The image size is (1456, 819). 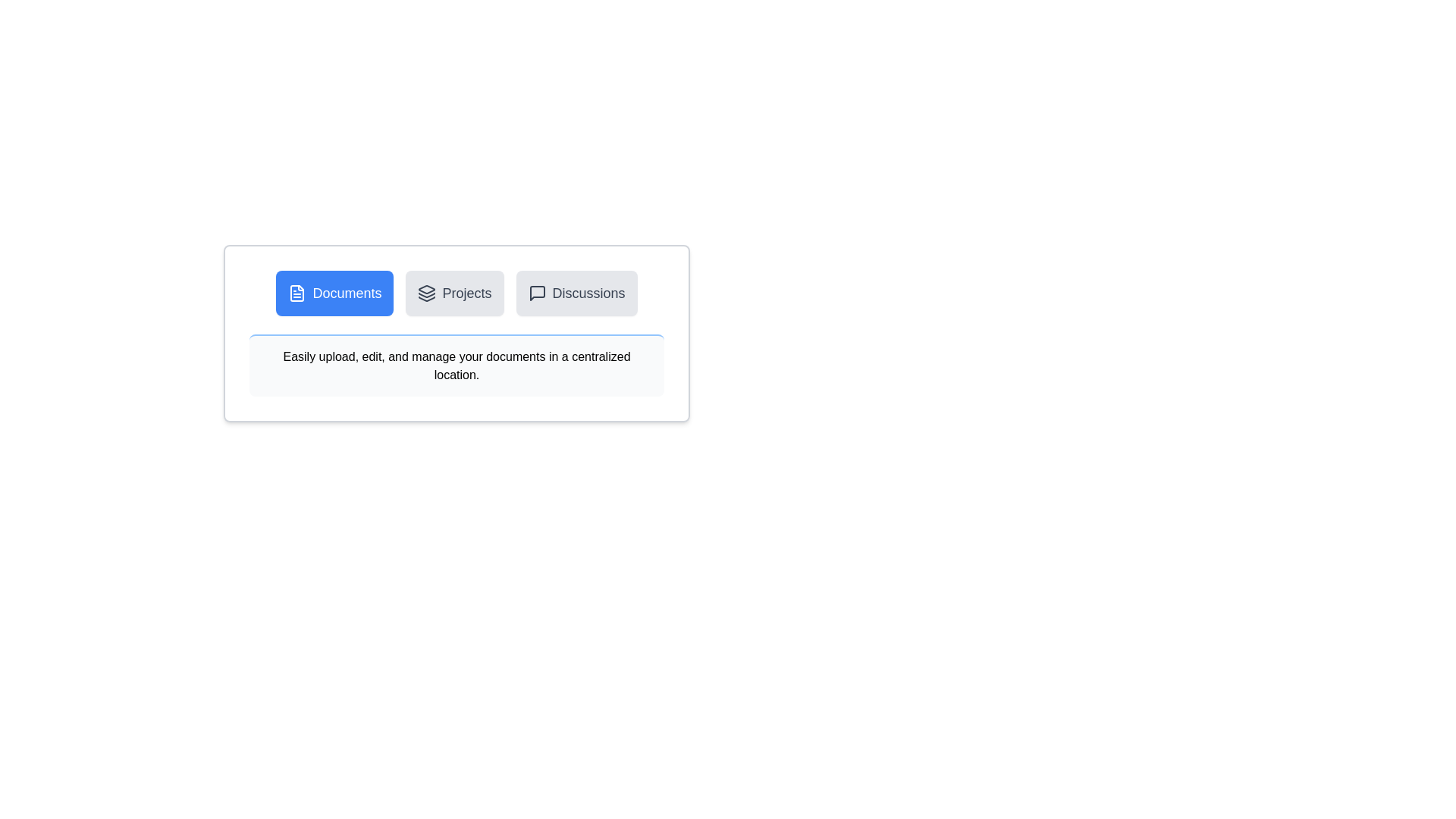 What do you see at coordinates (334, 293) in the screenshot?
I see `the Documents tab to view its content` at bounding box center [334, 293].